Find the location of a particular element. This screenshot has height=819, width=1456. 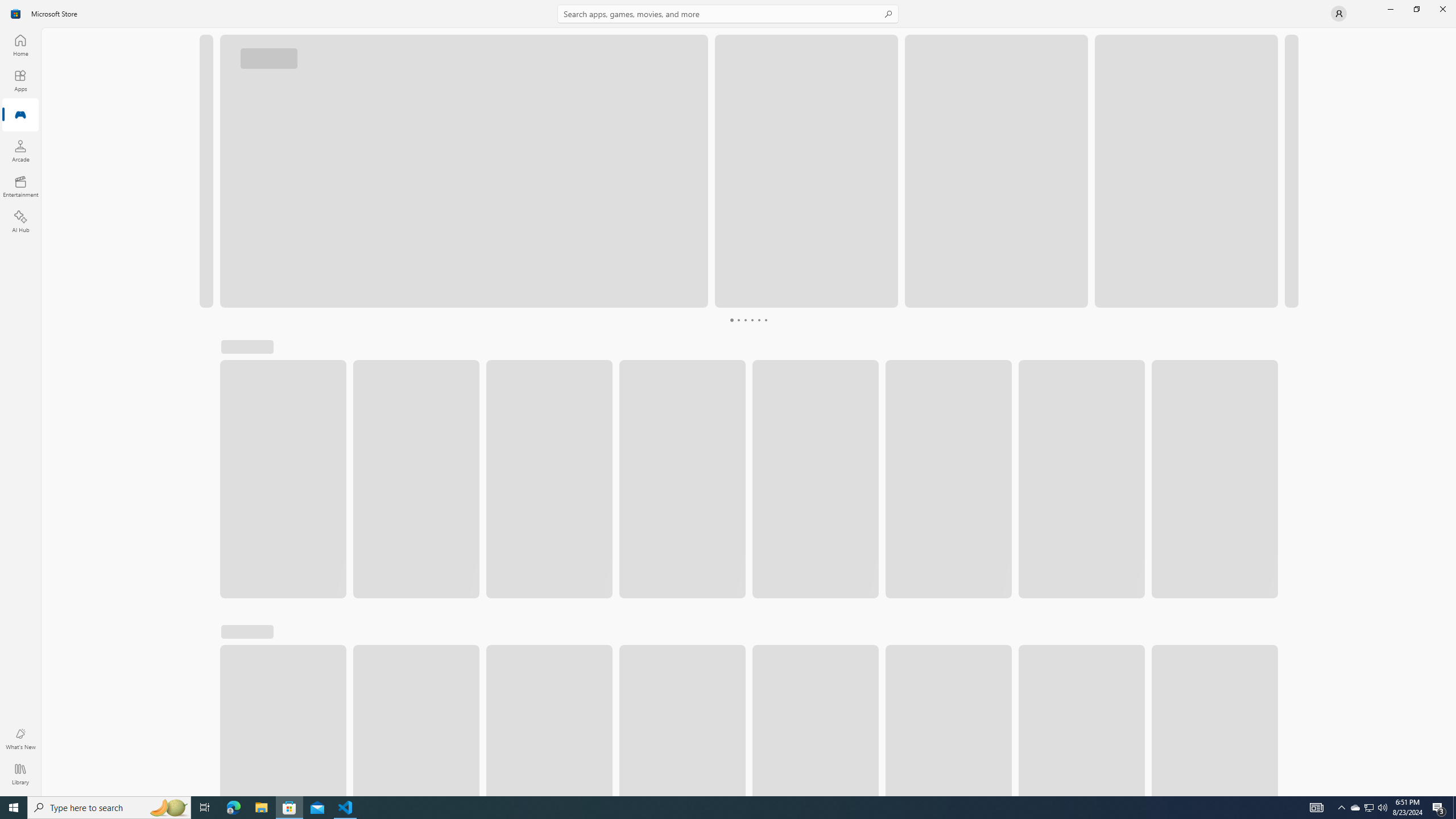

'User profile' is located at coordinates (1338, 13).